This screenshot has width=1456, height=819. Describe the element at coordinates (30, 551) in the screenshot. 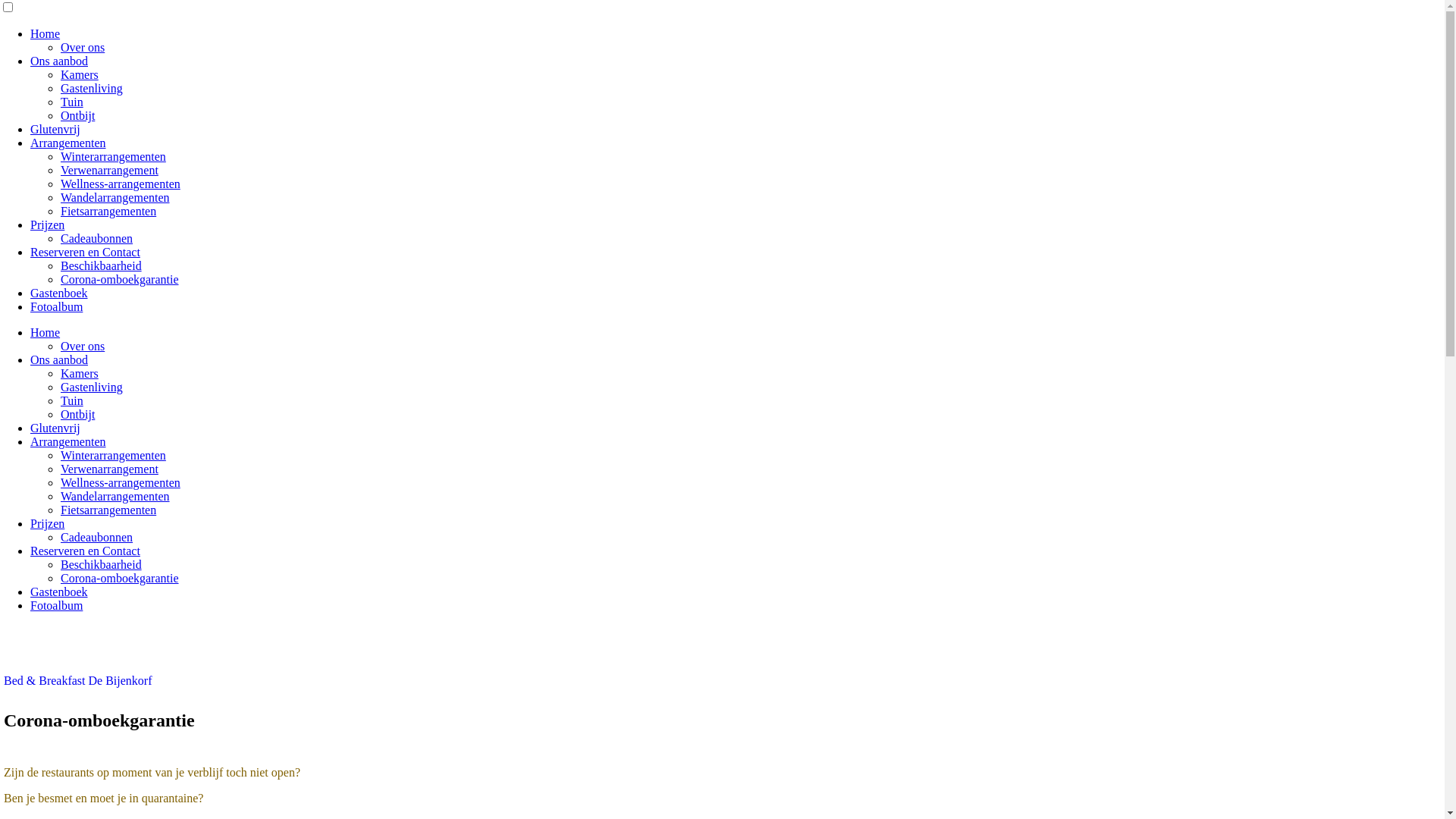

I see `'Reserveren en Contact'` at that location.